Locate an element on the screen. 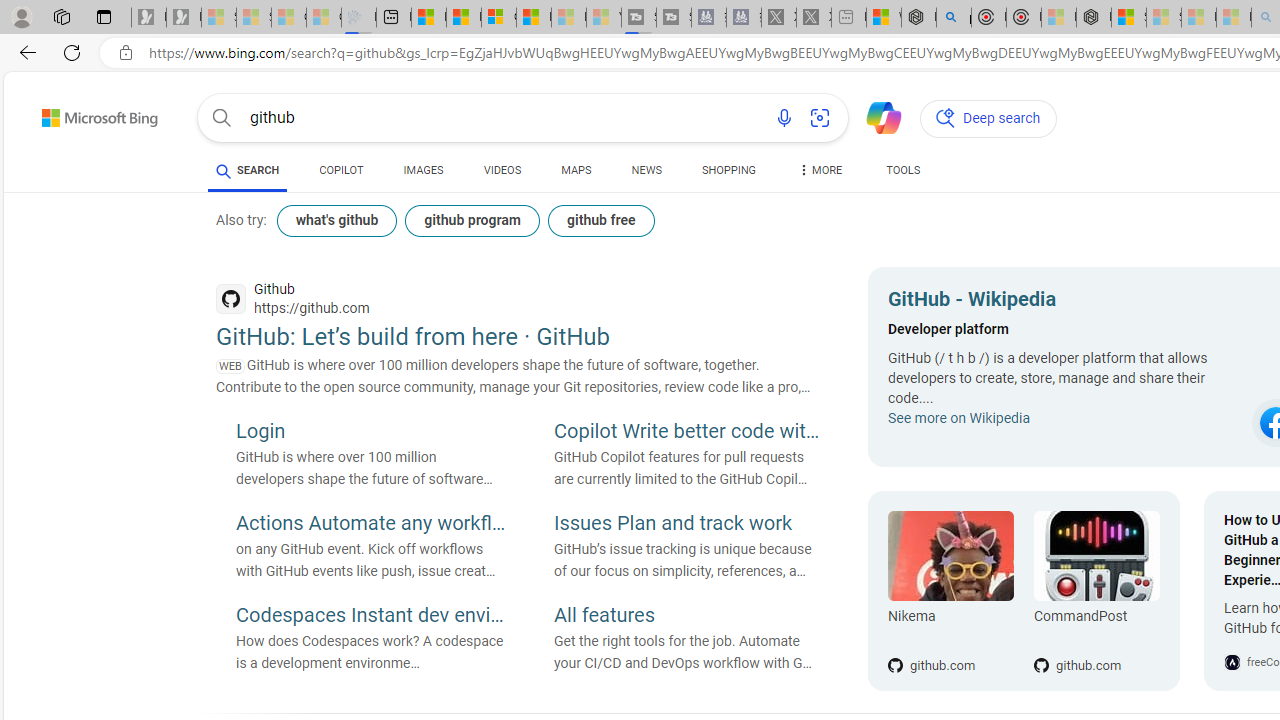 The width and height of the screenshot is (1280, 720). 'Newsletter Sign Up - Sleeping' is located at coordinates (183, 17).